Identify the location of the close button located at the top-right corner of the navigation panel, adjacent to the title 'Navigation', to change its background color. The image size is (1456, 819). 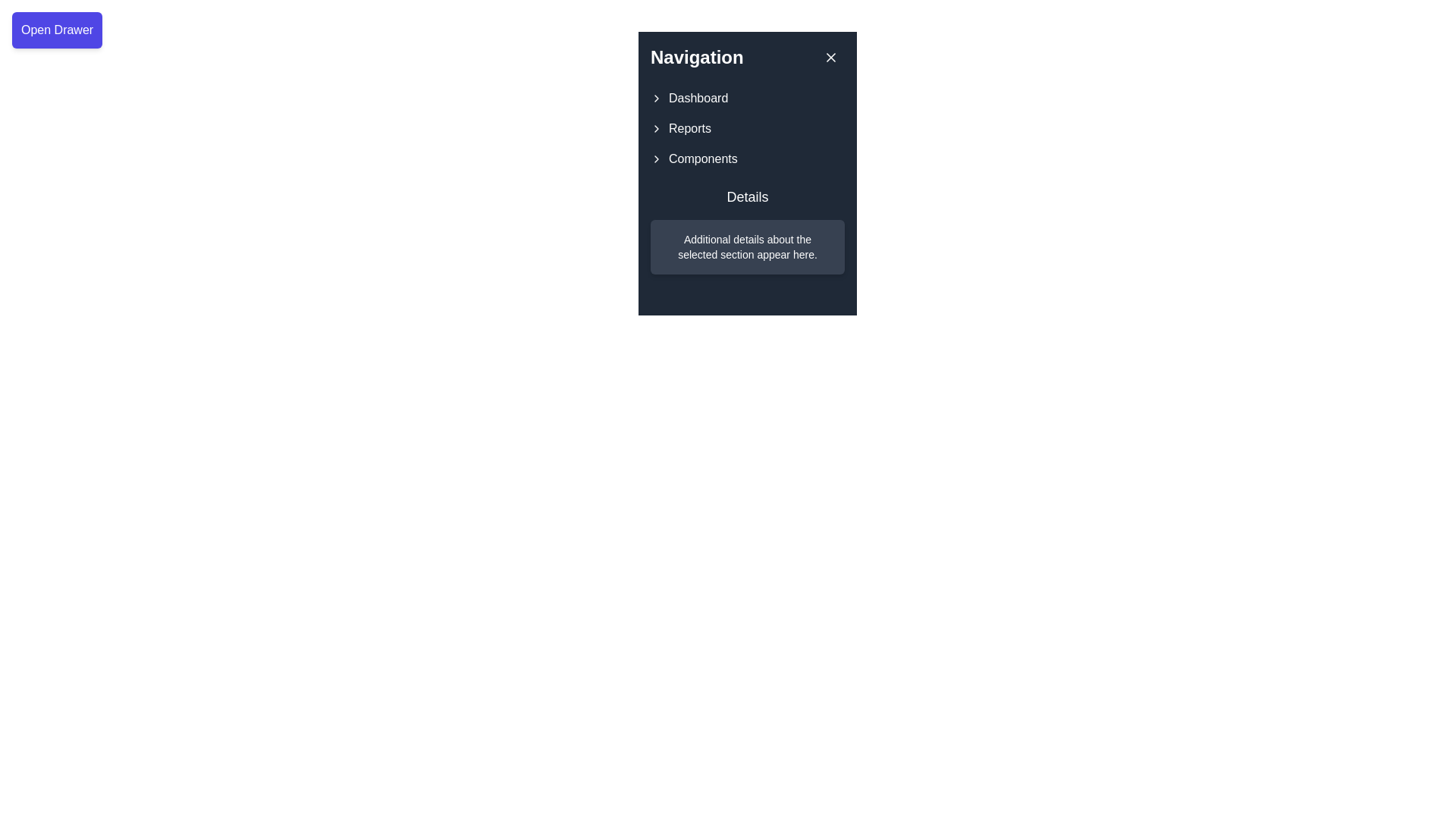
(830, 57).